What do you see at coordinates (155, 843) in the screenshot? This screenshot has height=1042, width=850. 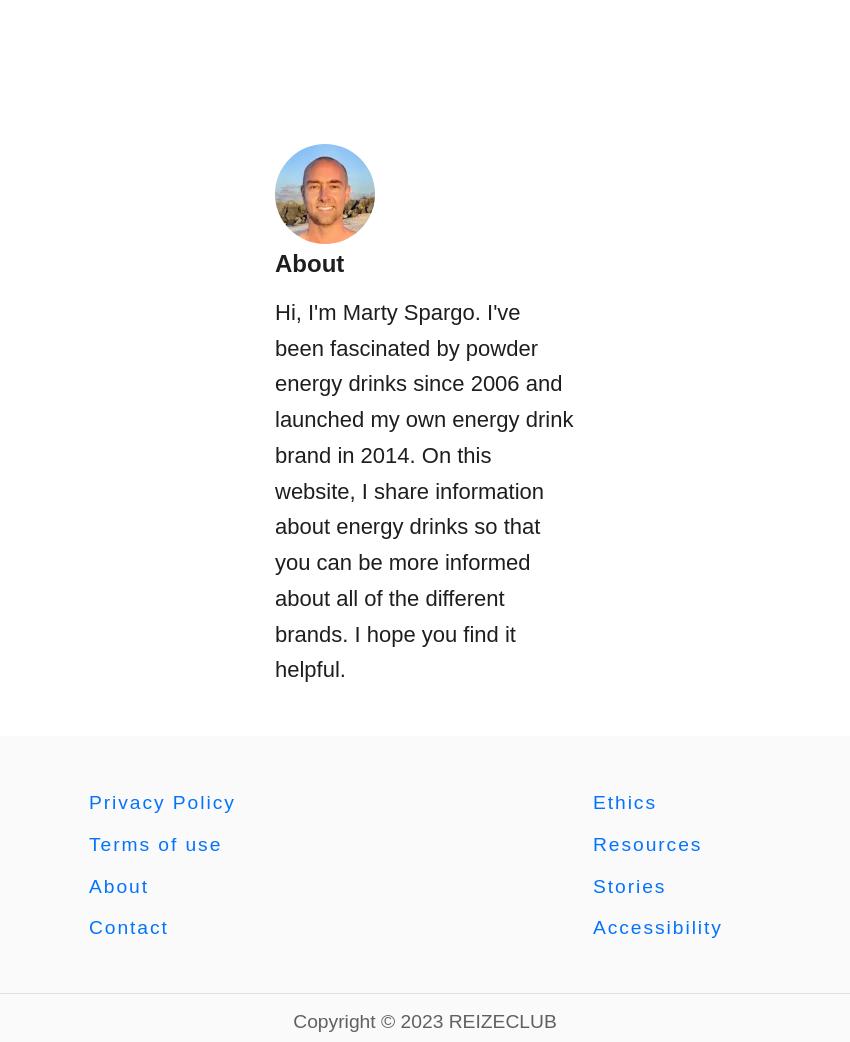 I see `'Terms of use'` at bounding box center [155, 843].